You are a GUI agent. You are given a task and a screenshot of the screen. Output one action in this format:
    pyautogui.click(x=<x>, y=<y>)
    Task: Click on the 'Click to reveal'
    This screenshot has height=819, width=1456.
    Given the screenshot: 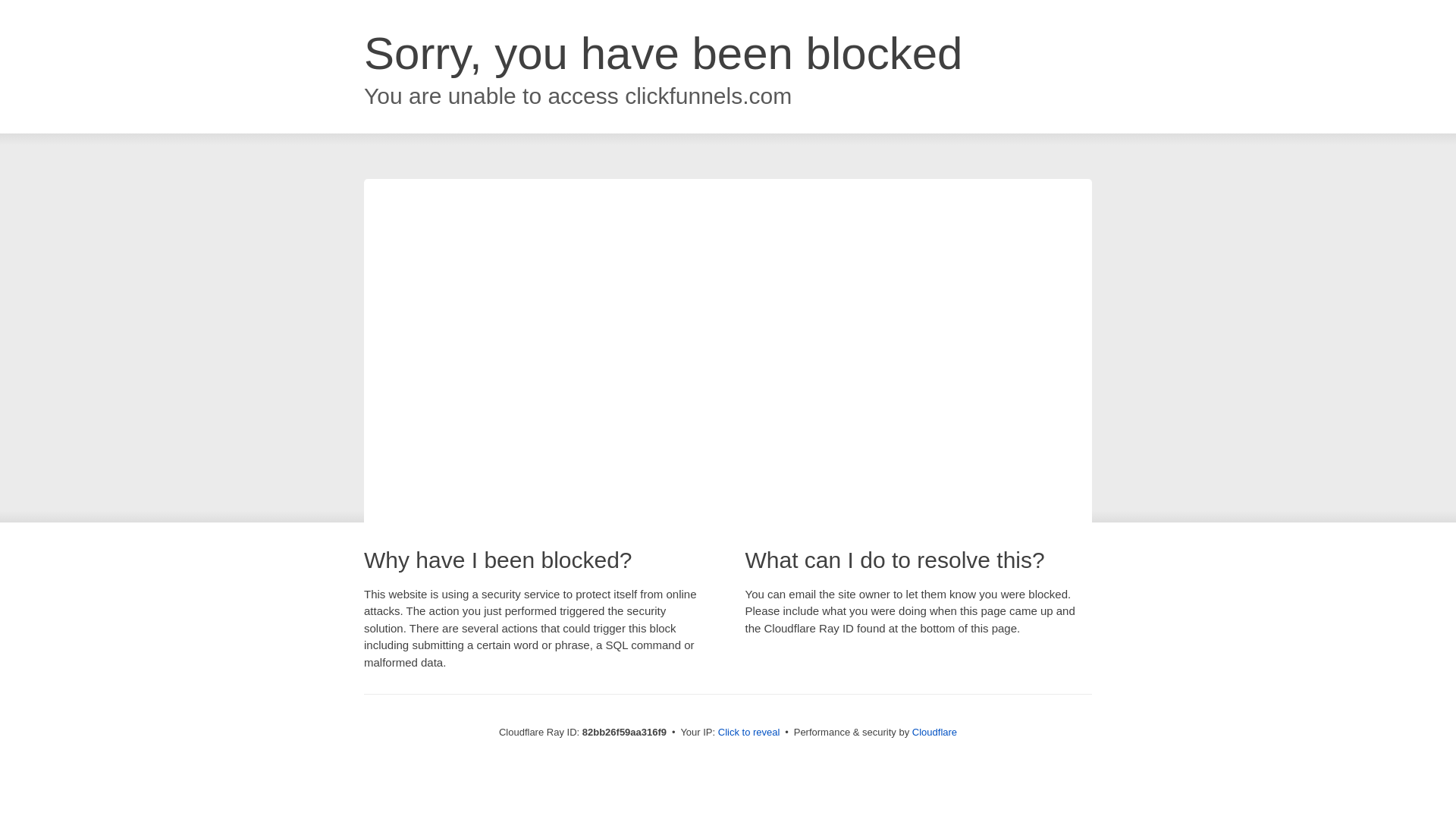 What is the action you would take?
    pyautogui.click(x=749, y=731)
    